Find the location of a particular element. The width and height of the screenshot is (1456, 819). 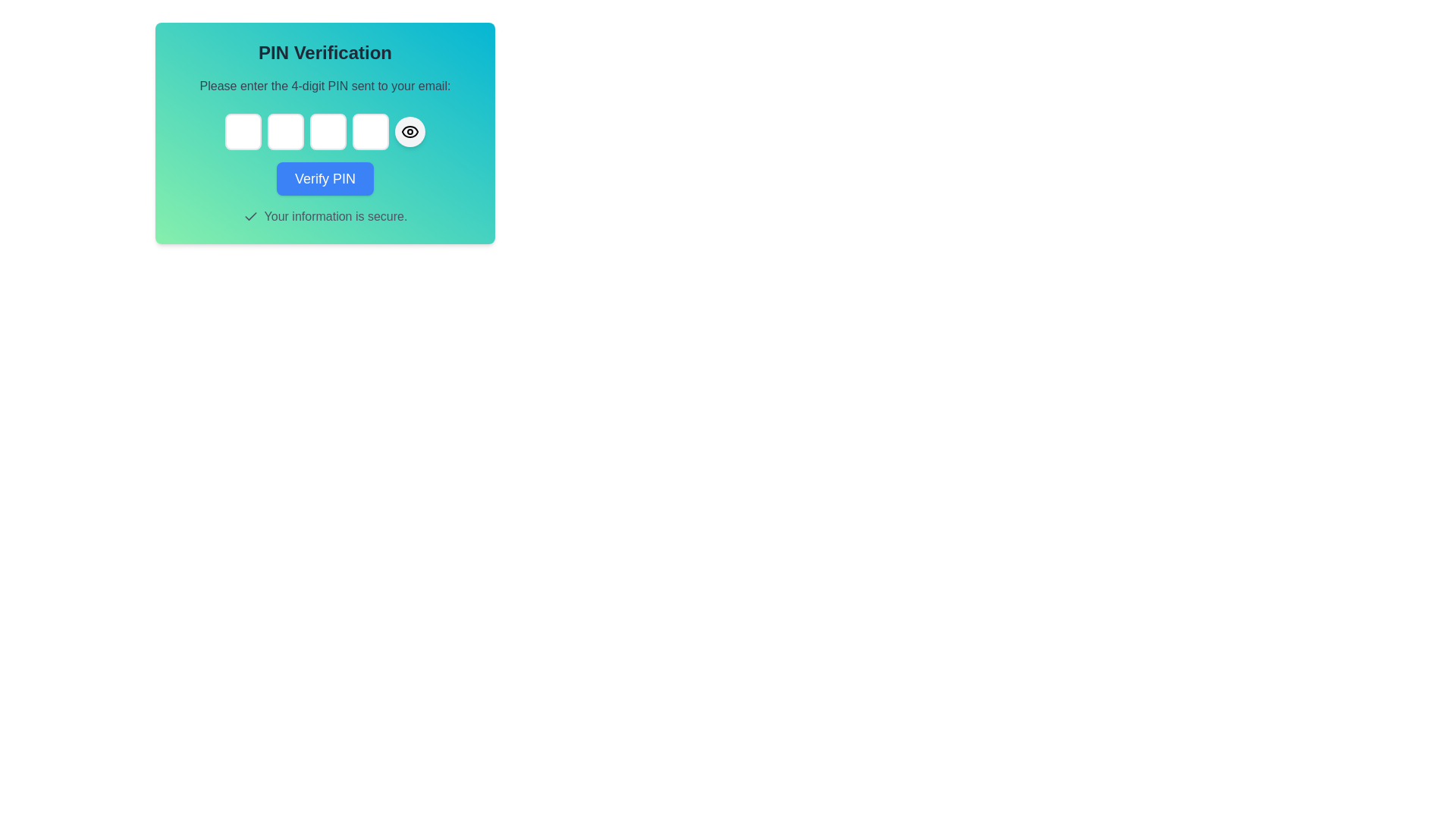

the static text label that instructs users to enter the 4-digit PIN sent to their email, which is displayed in medium gray against a gradient background and is positioned below the 'PIN Verification' title is located at coordinates (324, 86).